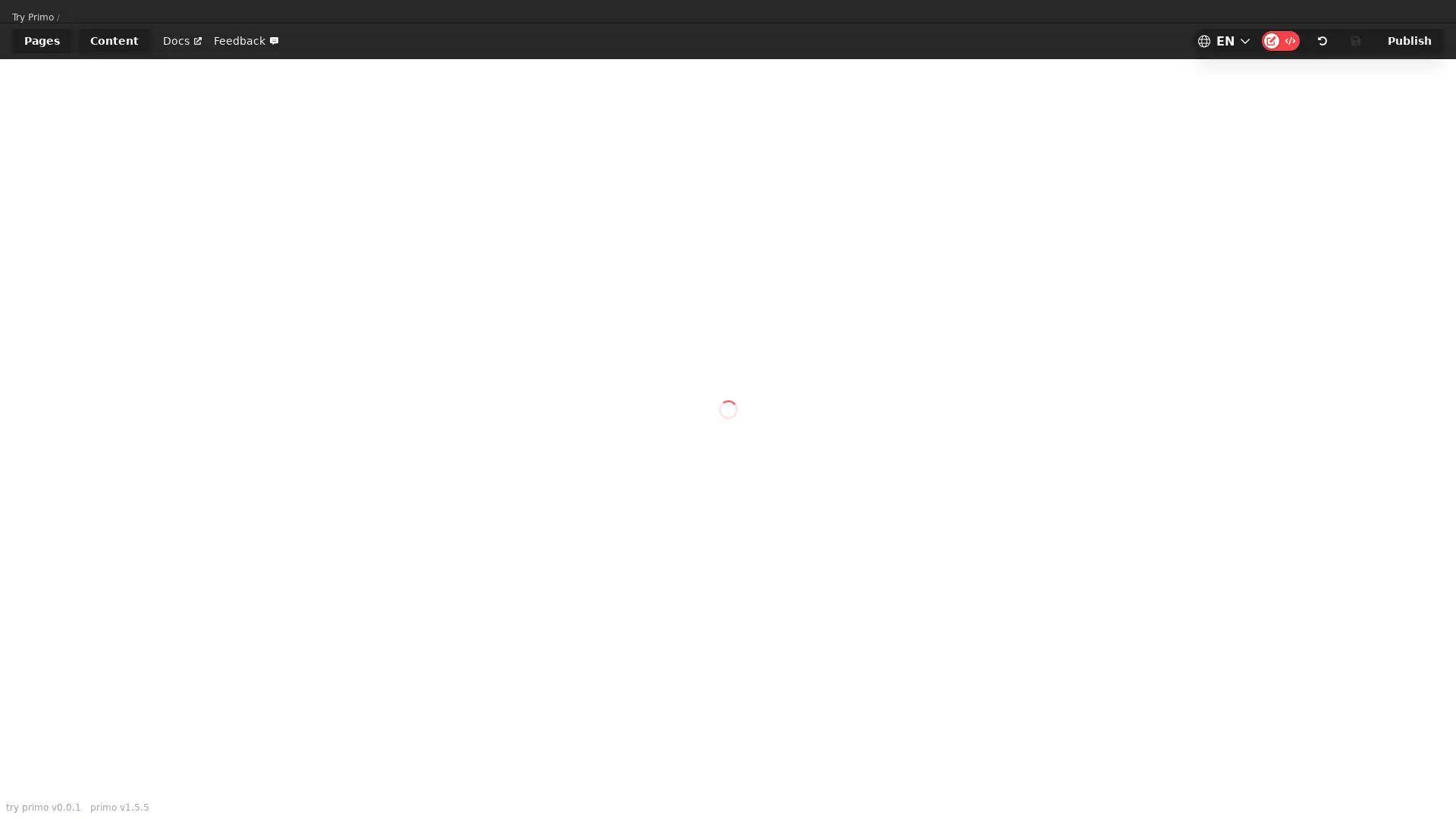  Describe the element at coordinates (1356, 40) in the screenshot. I see `Save` at that location.